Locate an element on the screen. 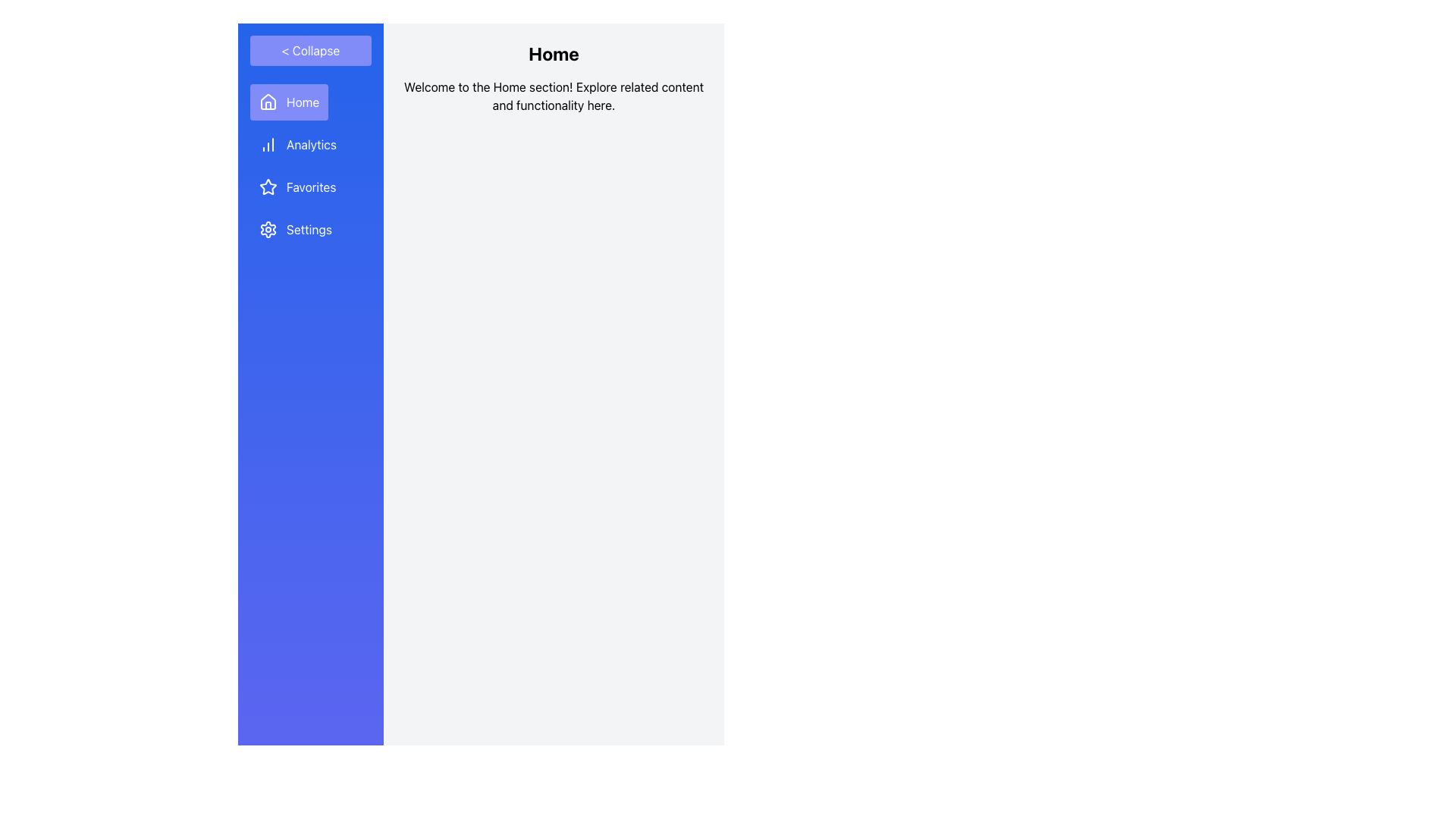 This screenshot has width=1456, height=819. the 'Analytics' navigation button located in the left sidebar, which is the second item in the vertical list is located at coordinates (298, 145).